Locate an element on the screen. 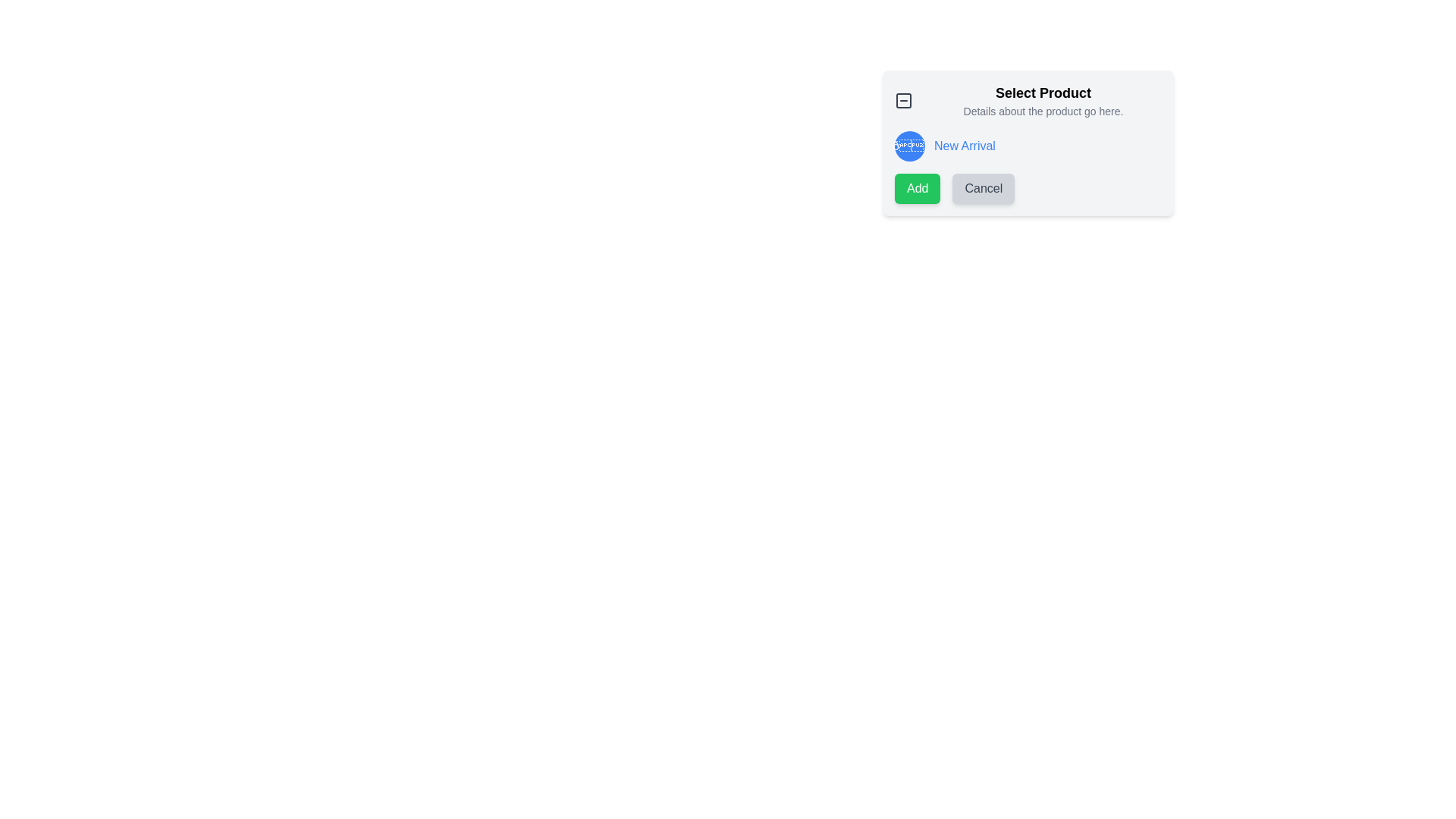  the product selection Card located centrally within the white modal box, which serves as the primary content block is located at coordinates (1028, 143).